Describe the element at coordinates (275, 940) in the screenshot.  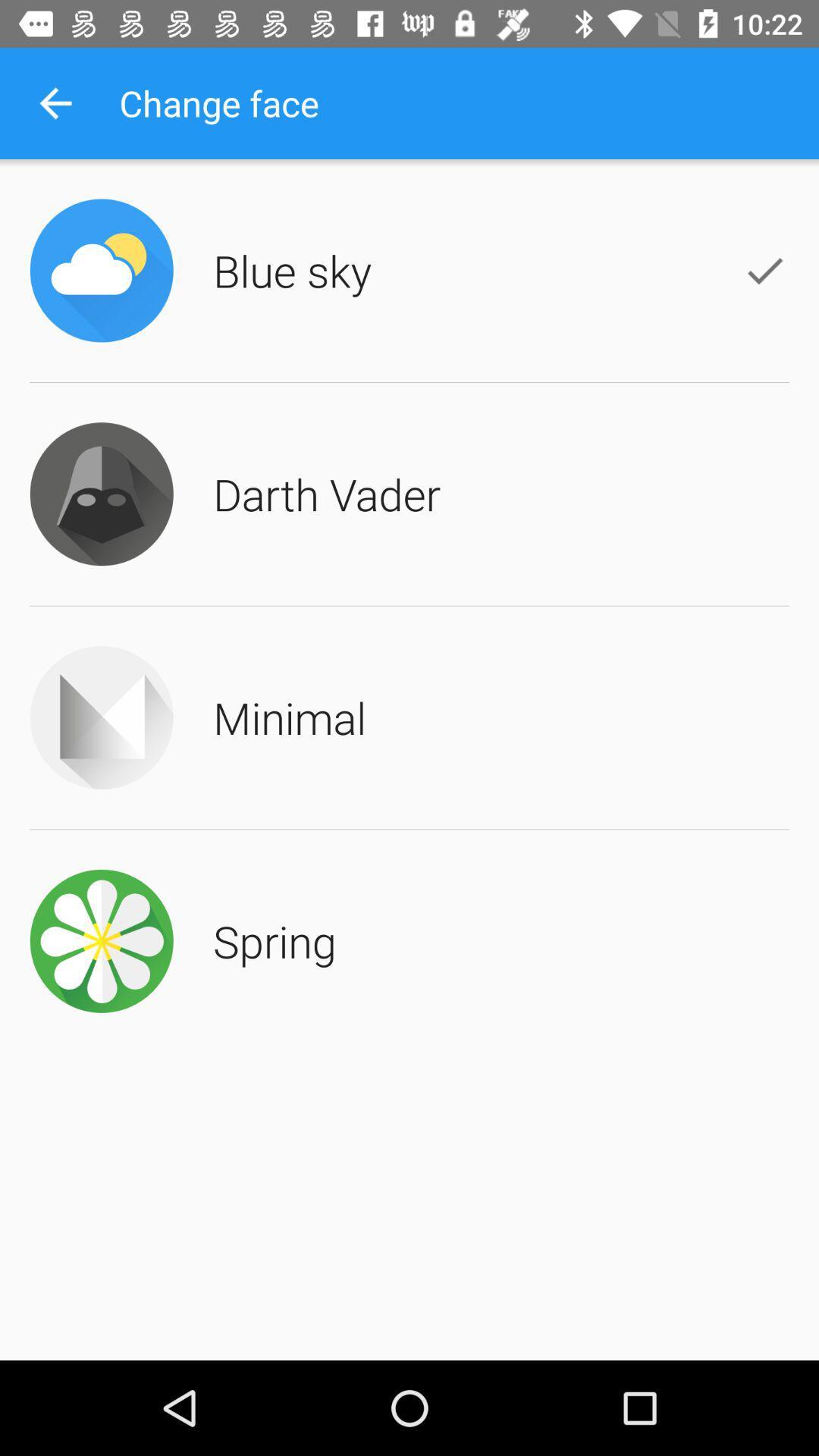
I see `the item below the minimal` at that location.